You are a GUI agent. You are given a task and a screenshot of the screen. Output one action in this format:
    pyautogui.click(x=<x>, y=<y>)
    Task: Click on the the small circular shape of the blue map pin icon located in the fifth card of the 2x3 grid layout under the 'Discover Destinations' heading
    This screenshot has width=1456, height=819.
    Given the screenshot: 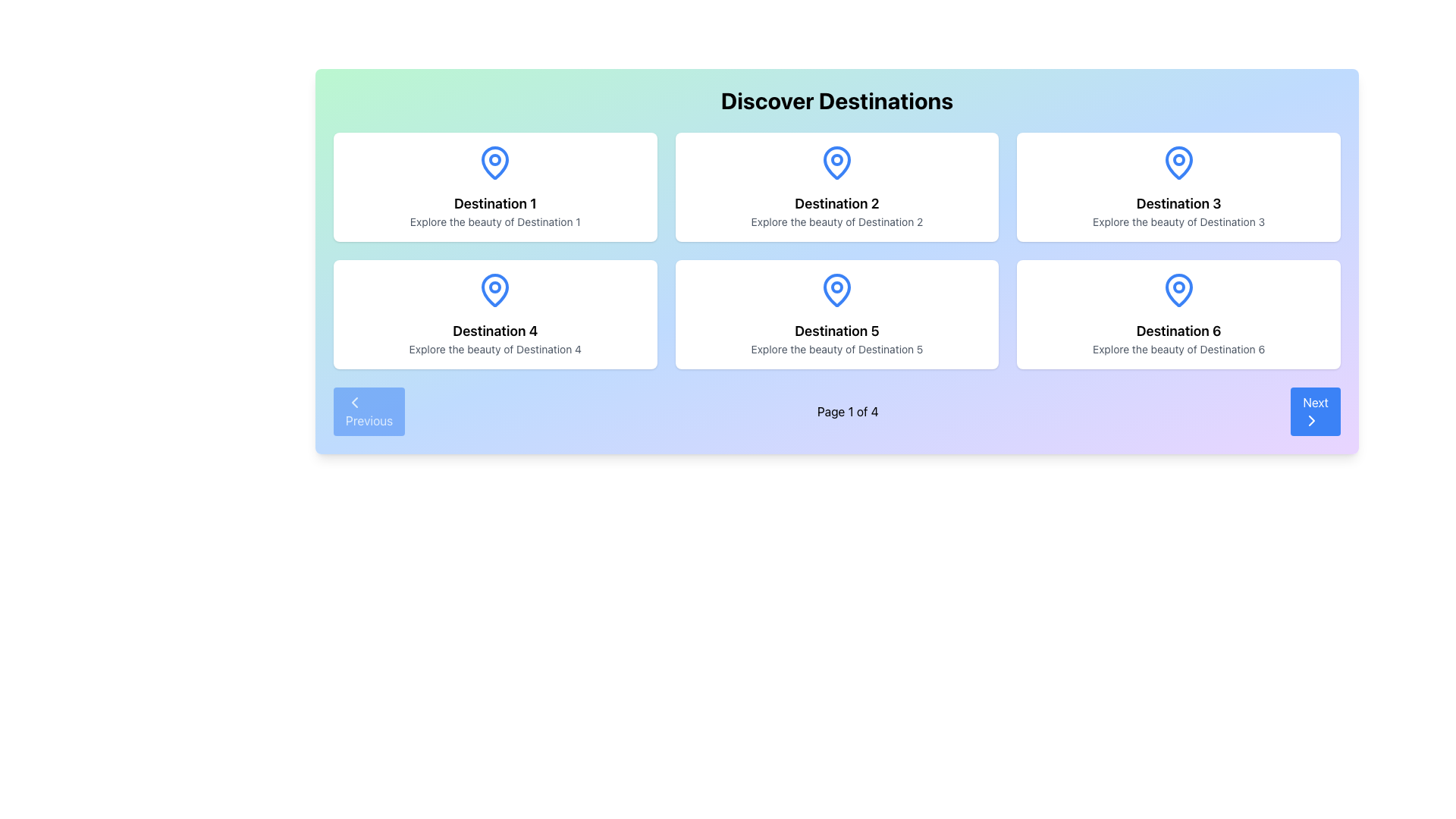 What is the action you would take?
    pyautogui.click(x=836, y=287)
    